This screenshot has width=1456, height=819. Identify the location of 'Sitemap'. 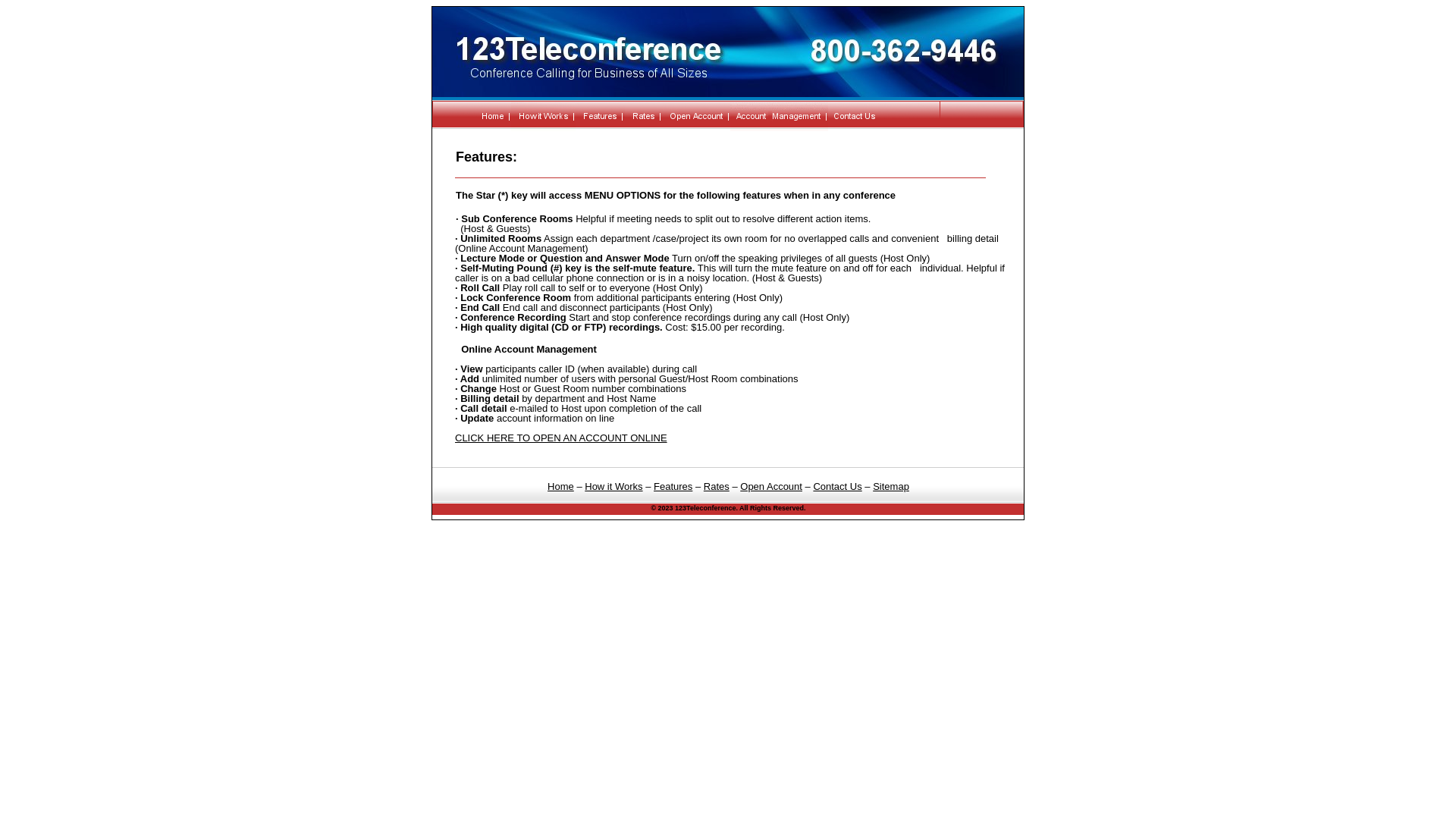
(891, 486).